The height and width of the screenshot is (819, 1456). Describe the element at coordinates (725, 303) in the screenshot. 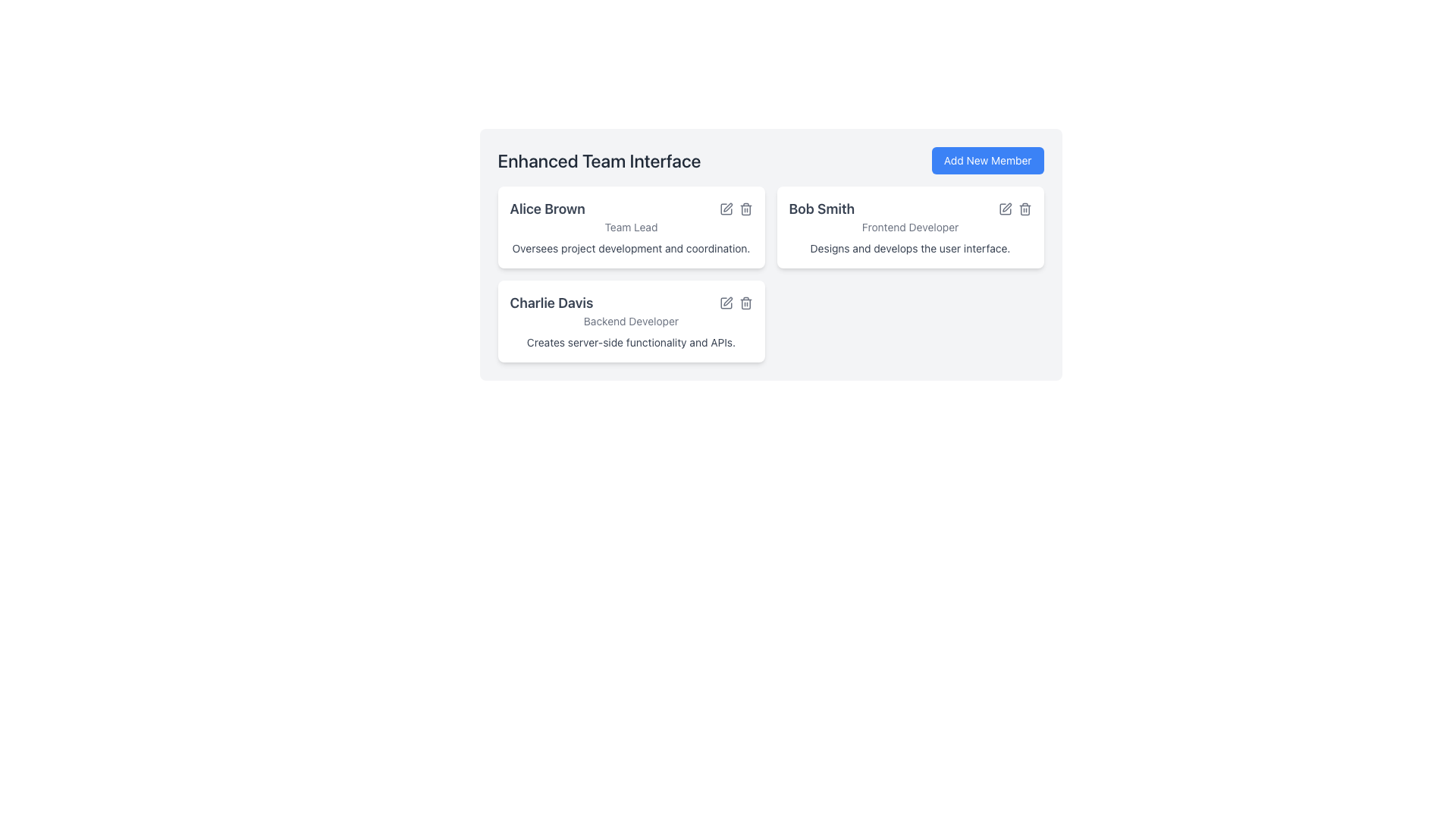

I see `the edit button for the user card labeled 'Charlie Davis', which is the first actionable icon in its group, located at the top right corner of the card` at that location.